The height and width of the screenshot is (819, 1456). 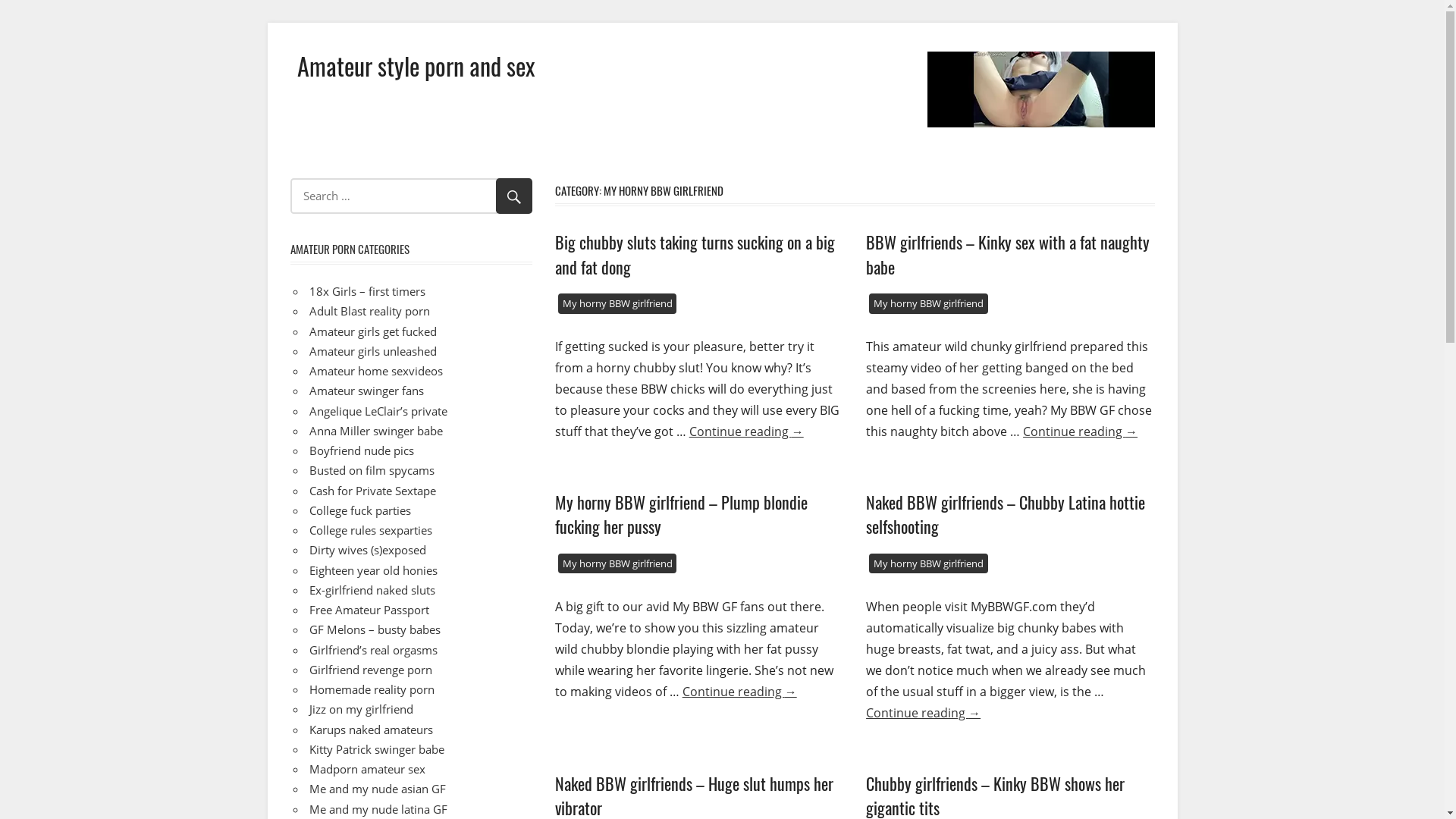 What do you see at coordinates (378, 807) in the screenshot?
I see `'Me and my nude latina GF'` at bounding box center [378, 807].